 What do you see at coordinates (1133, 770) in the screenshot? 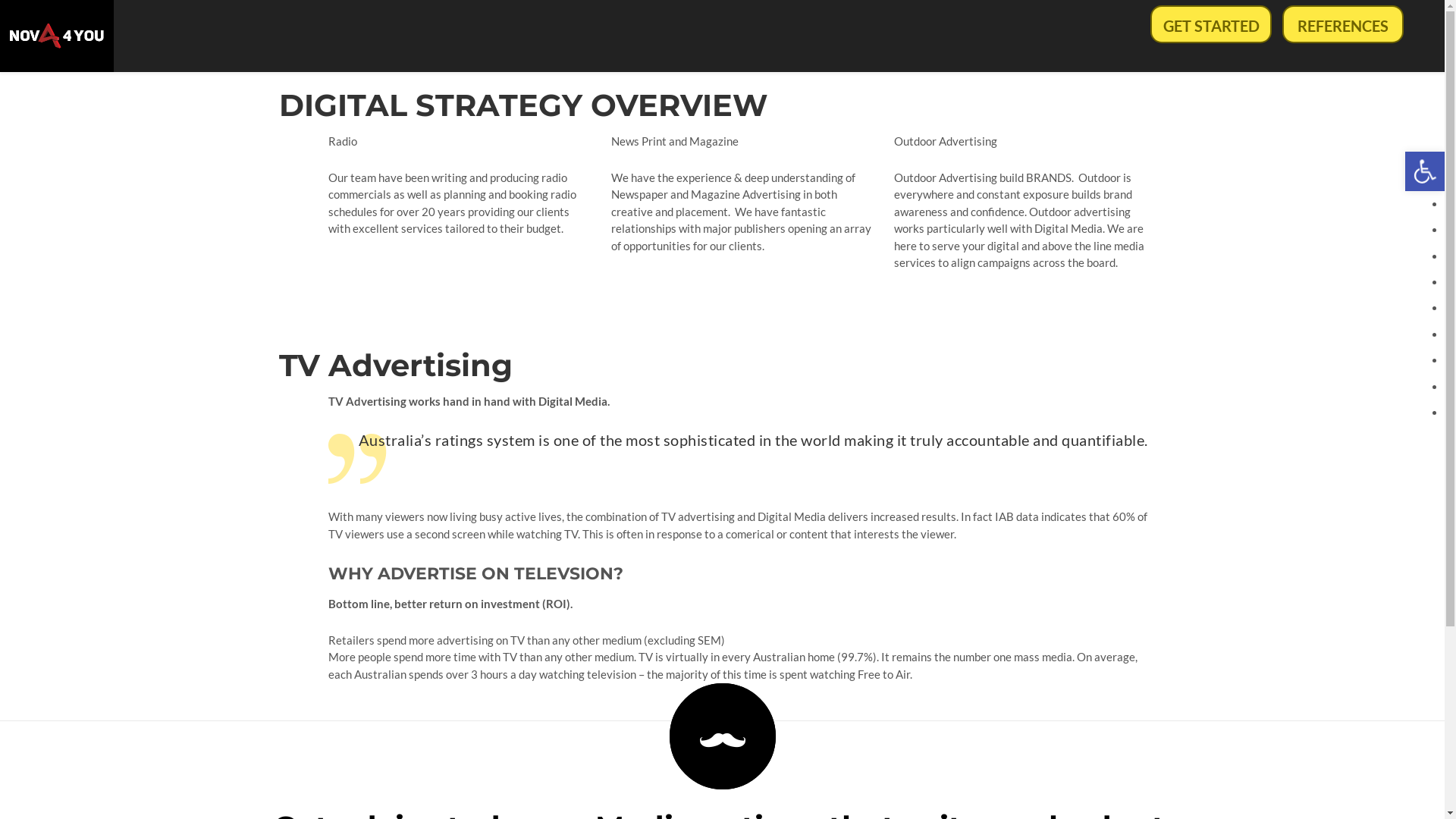
I see `'LinkedIn'` at bounding box center [1133, 770].